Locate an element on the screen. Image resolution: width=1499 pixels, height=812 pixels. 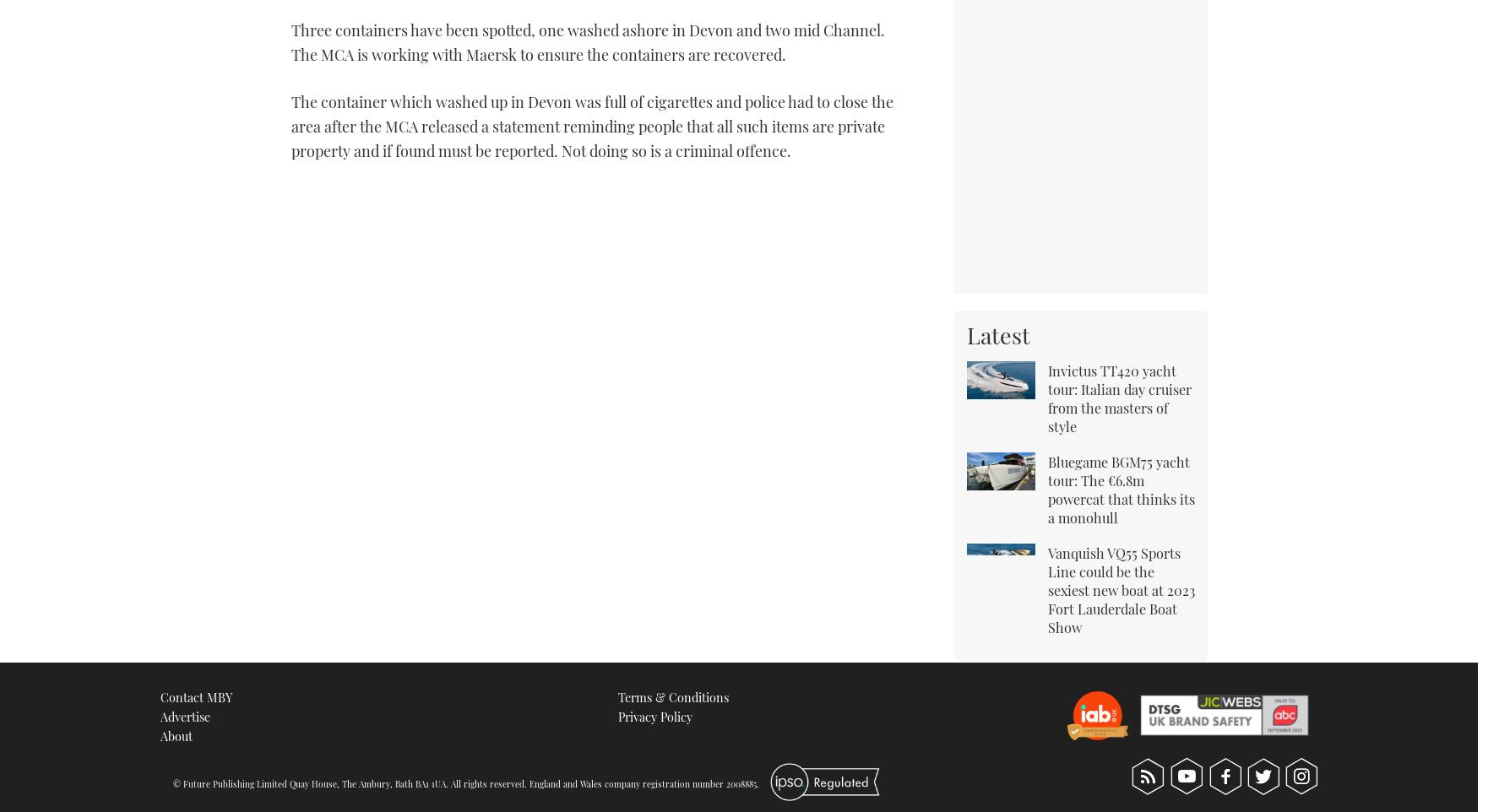
'Vanquish VQ55 Sports Line could be the sexiest new boat at 2023 Fort Lauderdale Boat Show' is located at coordinates (1121, 588).